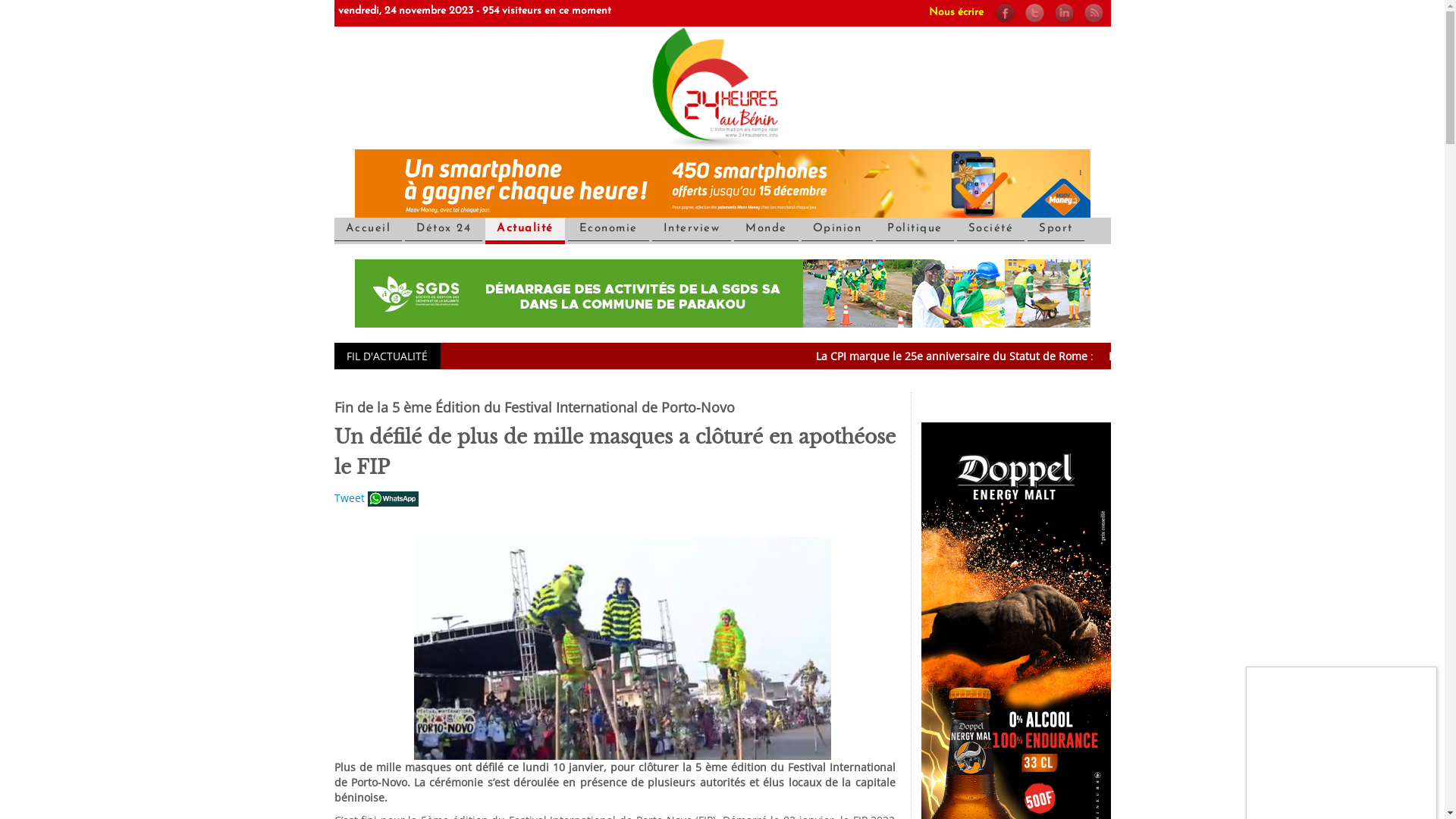  Describe the element at coordinates (1057, 356) in the screenshot. I see `'La CPI marque le 25e anniversaire du Statut de Rome :'` at that location.